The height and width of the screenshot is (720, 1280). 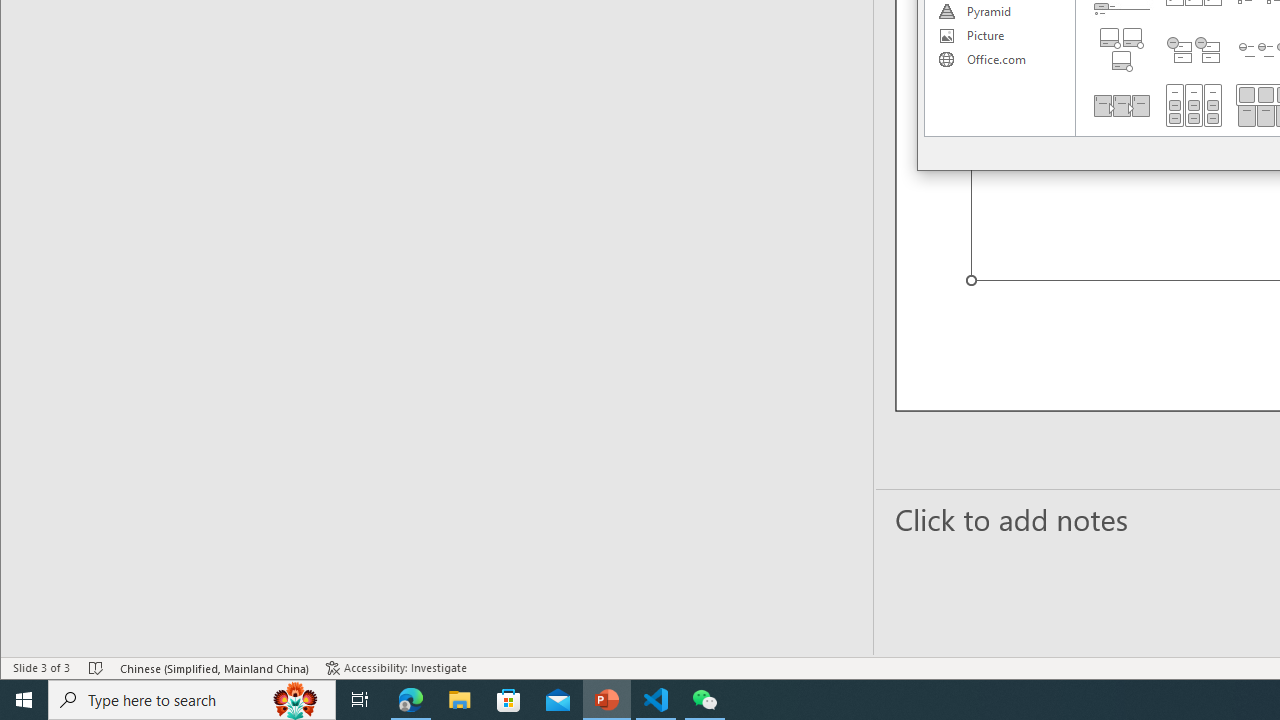 I want to click on 'Search highlights icon opens search home window', so click(x=294, y=698).